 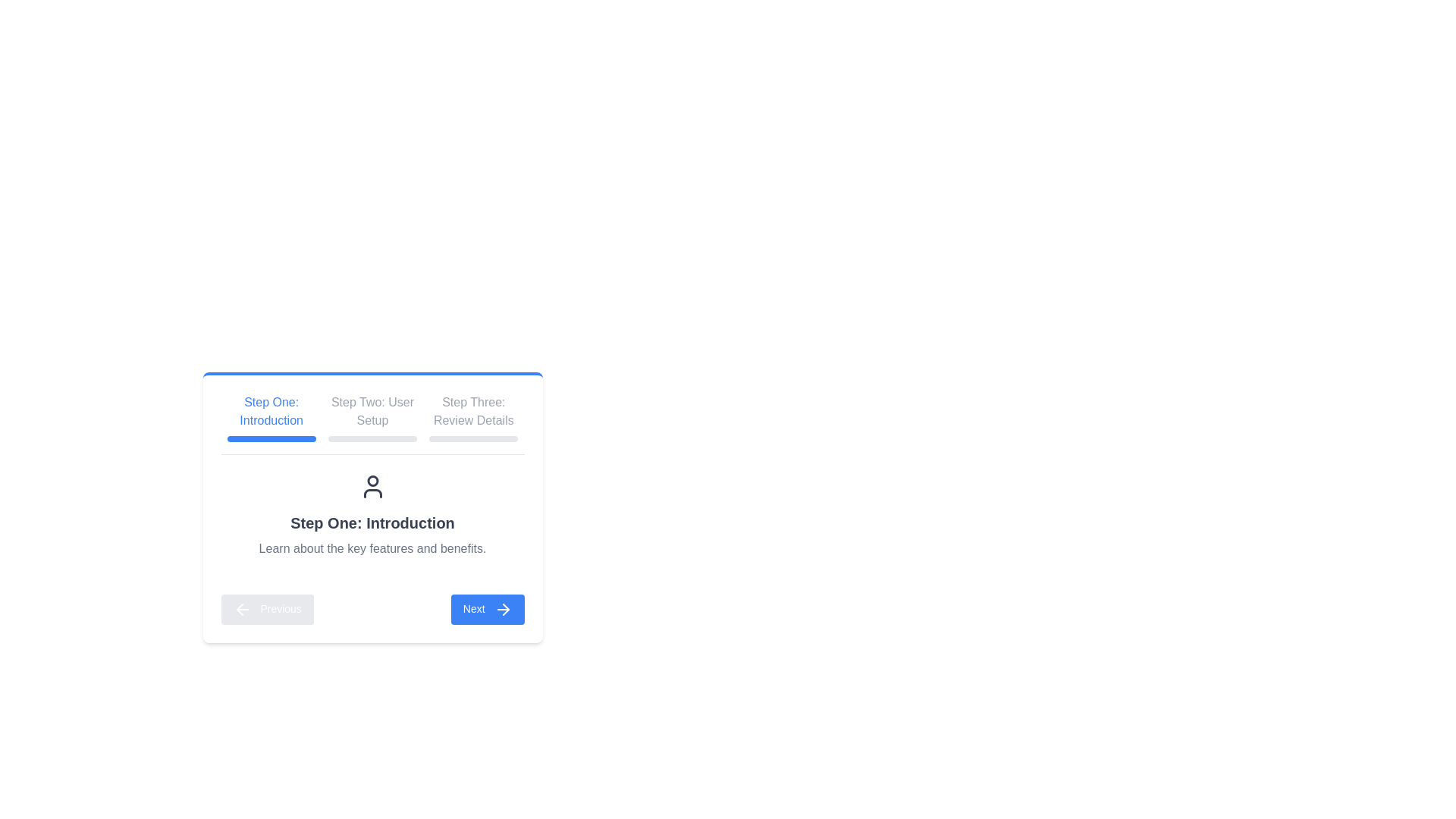 What do you see at coordinates (472, 418) in the screenshot?
I see `the 'Review Details' step in the progress bar` at bounding box center [472, 418].